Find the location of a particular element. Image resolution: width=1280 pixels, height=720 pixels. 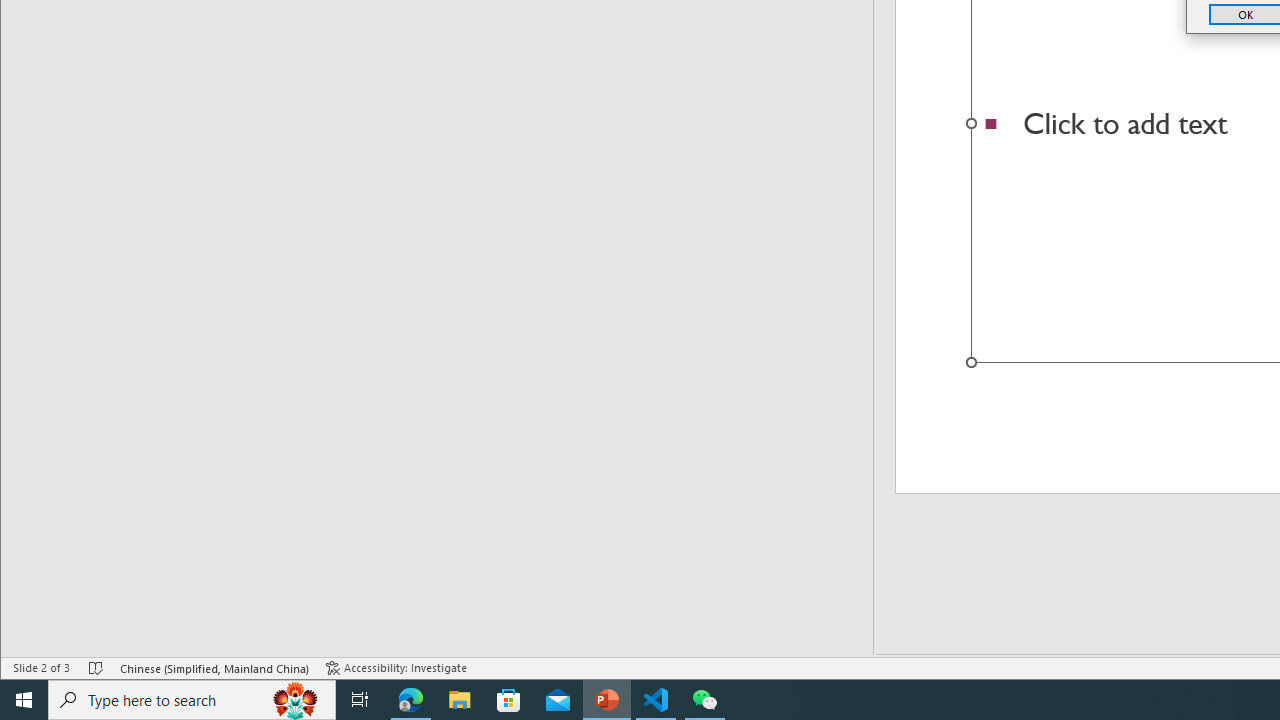

'Type here to search' is located at coordinates (192, 698).